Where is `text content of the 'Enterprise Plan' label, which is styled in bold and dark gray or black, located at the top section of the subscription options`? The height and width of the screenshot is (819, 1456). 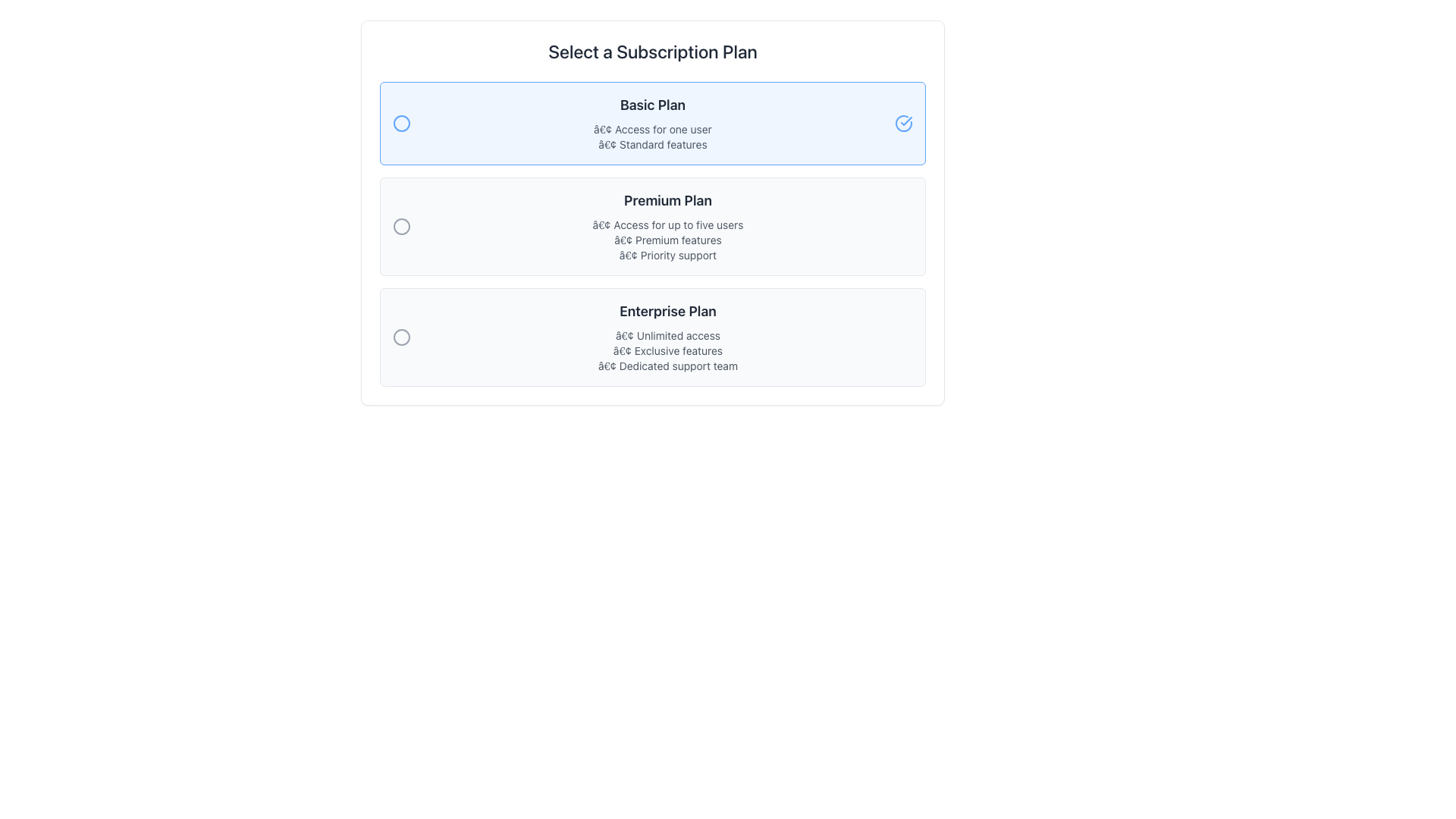 text content of the 'Enterprise Plan' label, which is styled in bold and dark gray or black, located at the top section of the subscription options is located at coordinates (667, 311).